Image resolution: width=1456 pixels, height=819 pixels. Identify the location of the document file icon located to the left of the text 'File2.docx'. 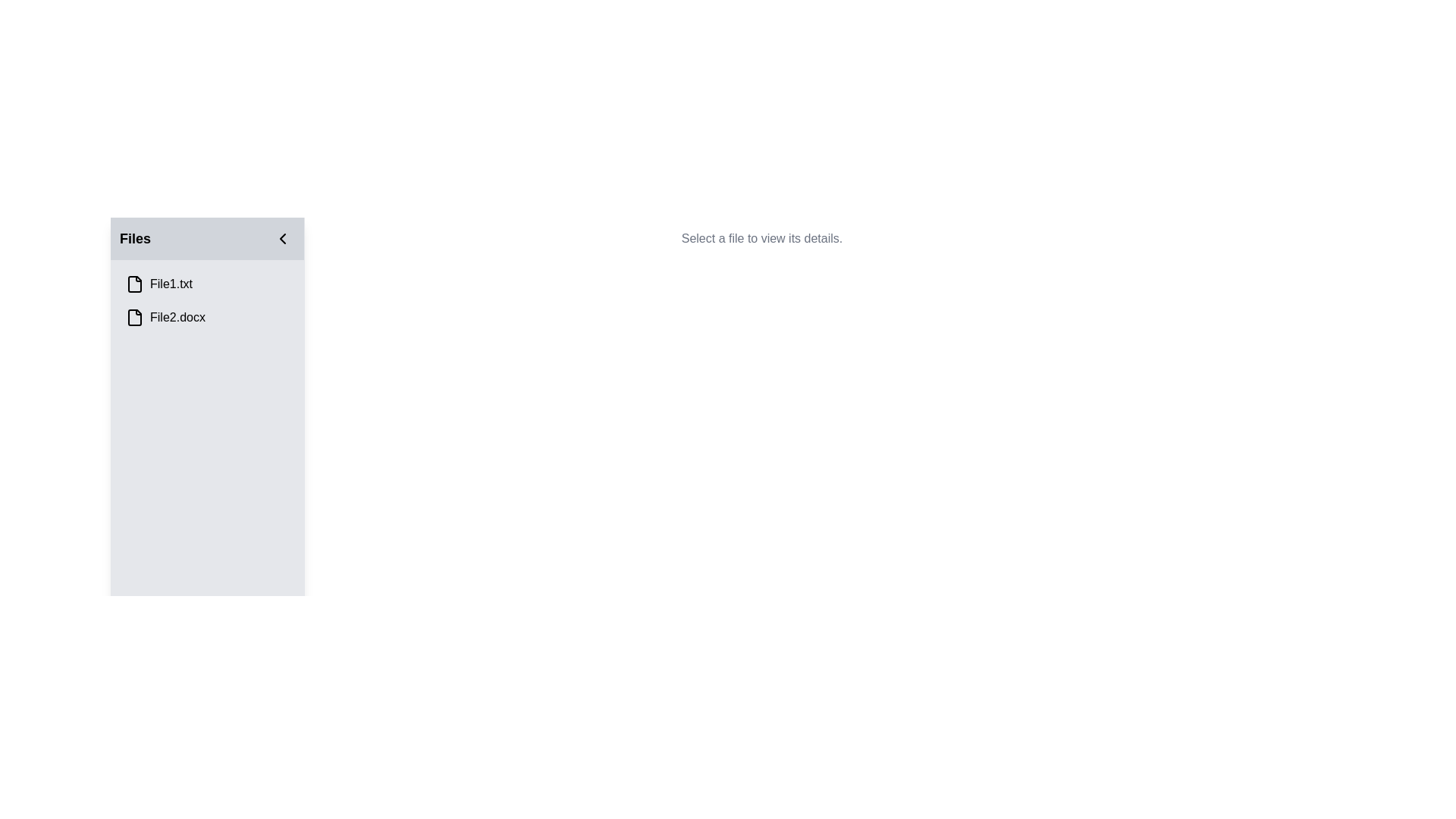
(134, 317).